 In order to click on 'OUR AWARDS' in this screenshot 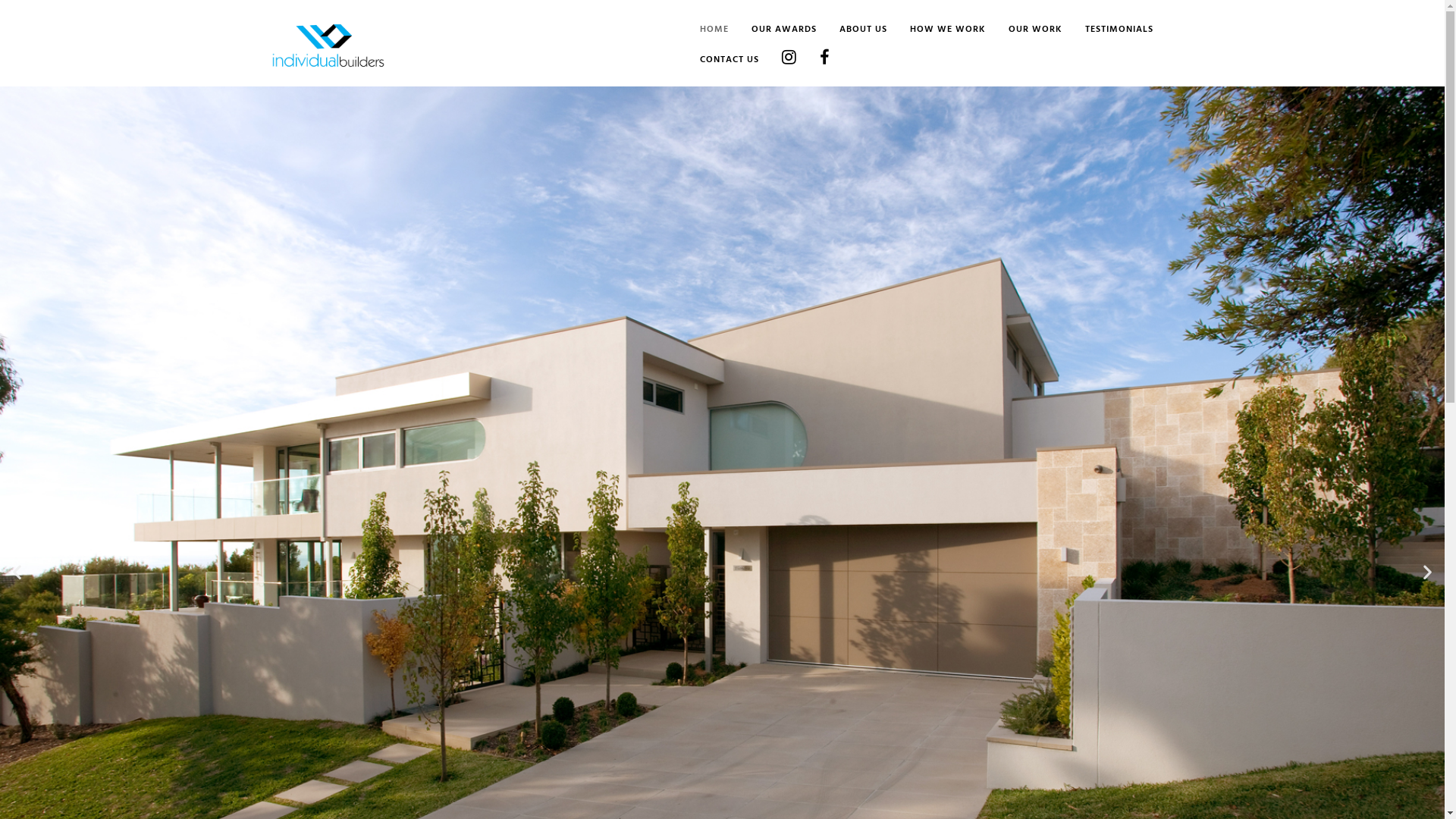, I will do `click(771, 30)`.